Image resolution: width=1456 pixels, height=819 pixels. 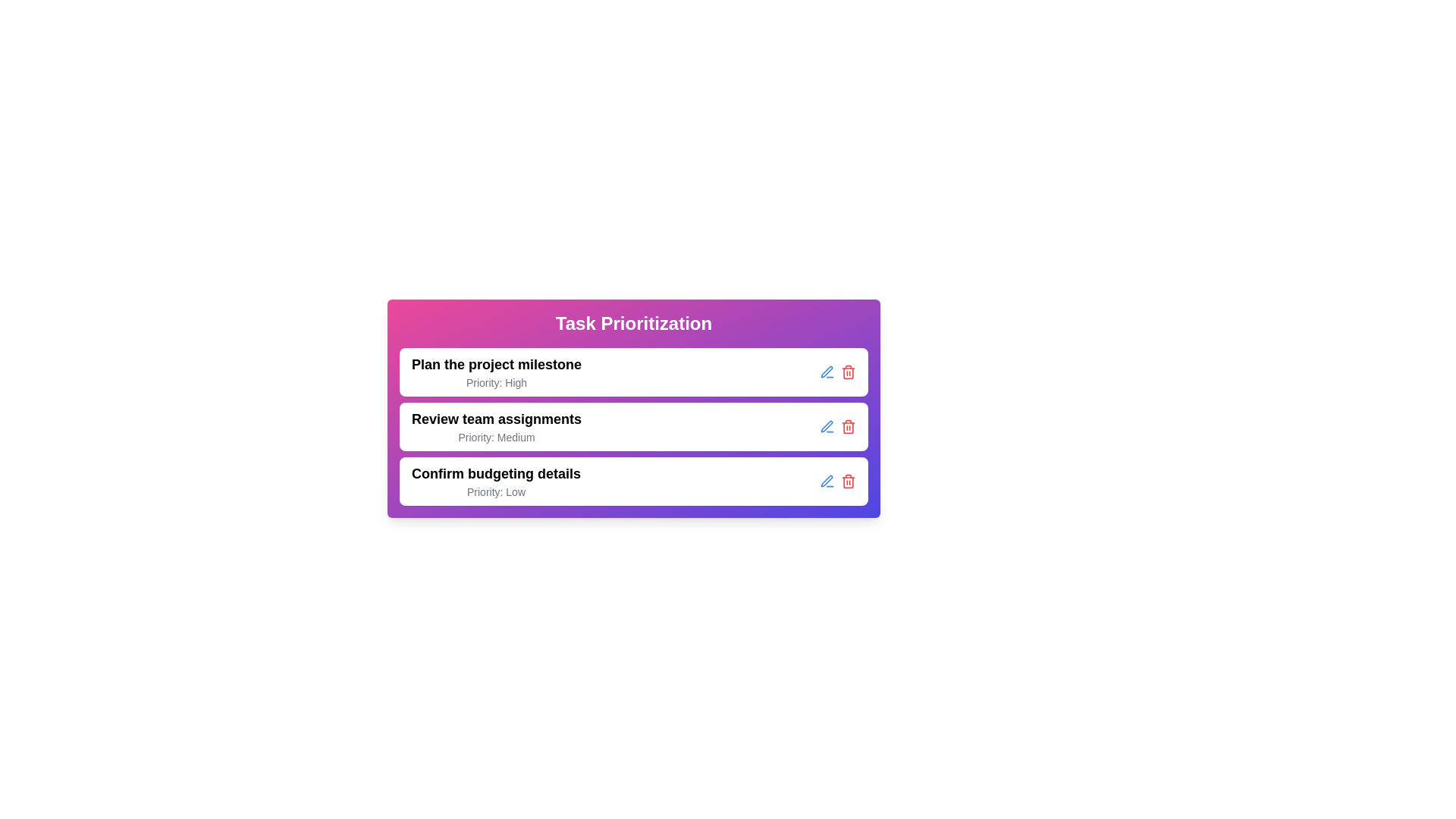 What do you see at coordinates (496, 482) in the screenshot?
I see `the Text Label (multi-line) displaying 'Confirm budgeting details' with priority level 'Low', which is the third option under the header 'Task Prioritization'` at bounding box center [496, 482].